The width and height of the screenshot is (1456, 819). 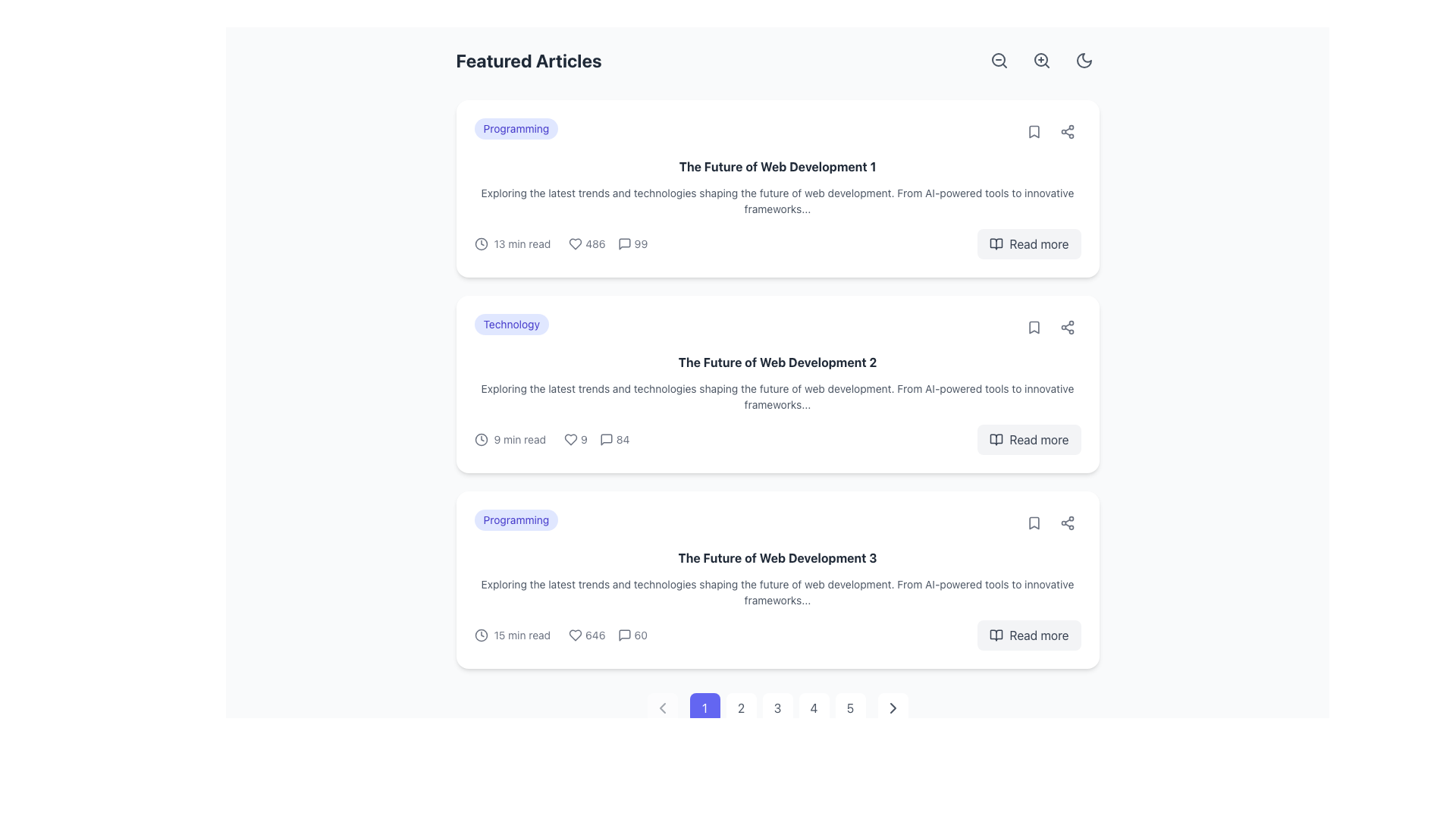 What do you see at coordinates (662, 708) in the screenshot?
I see `the previous page navigation icon, which is the central component of the white button located to the left of the numeric pagination controls at the bottom of the interface` at bounding box center [662, 708].